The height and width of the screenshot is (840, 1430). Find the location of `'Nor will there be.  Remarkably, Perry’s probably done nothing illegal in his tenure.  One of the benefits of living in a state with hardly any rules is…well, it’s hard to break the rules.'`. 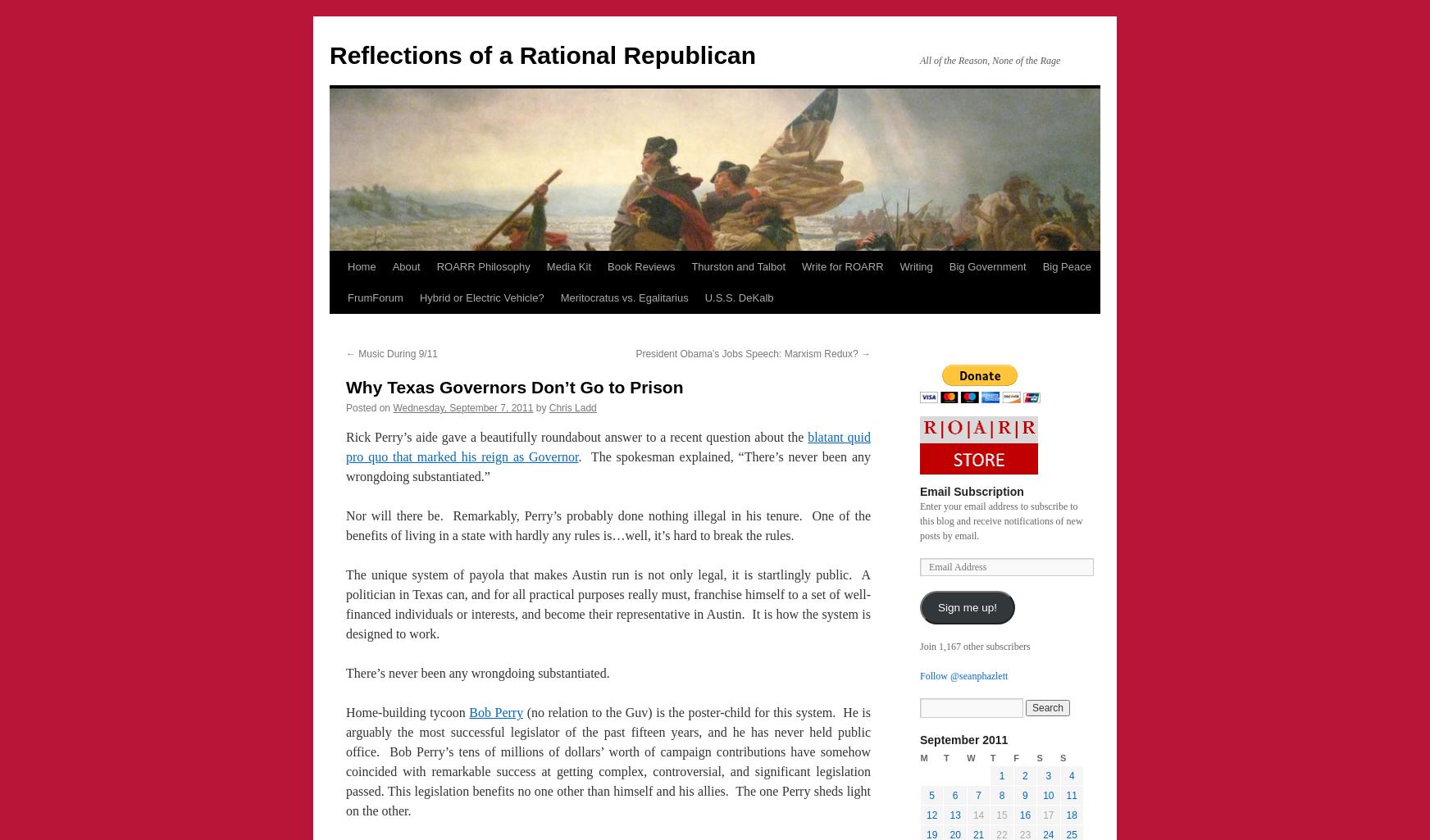

'Nor will there be.  Remarkably, Perry’s probably done nothing illegal in his tenure.  One of the benefits of living in a state with hardly any rules is…well, it’s hard to break the rules.' is located at coordinates (608, 524).